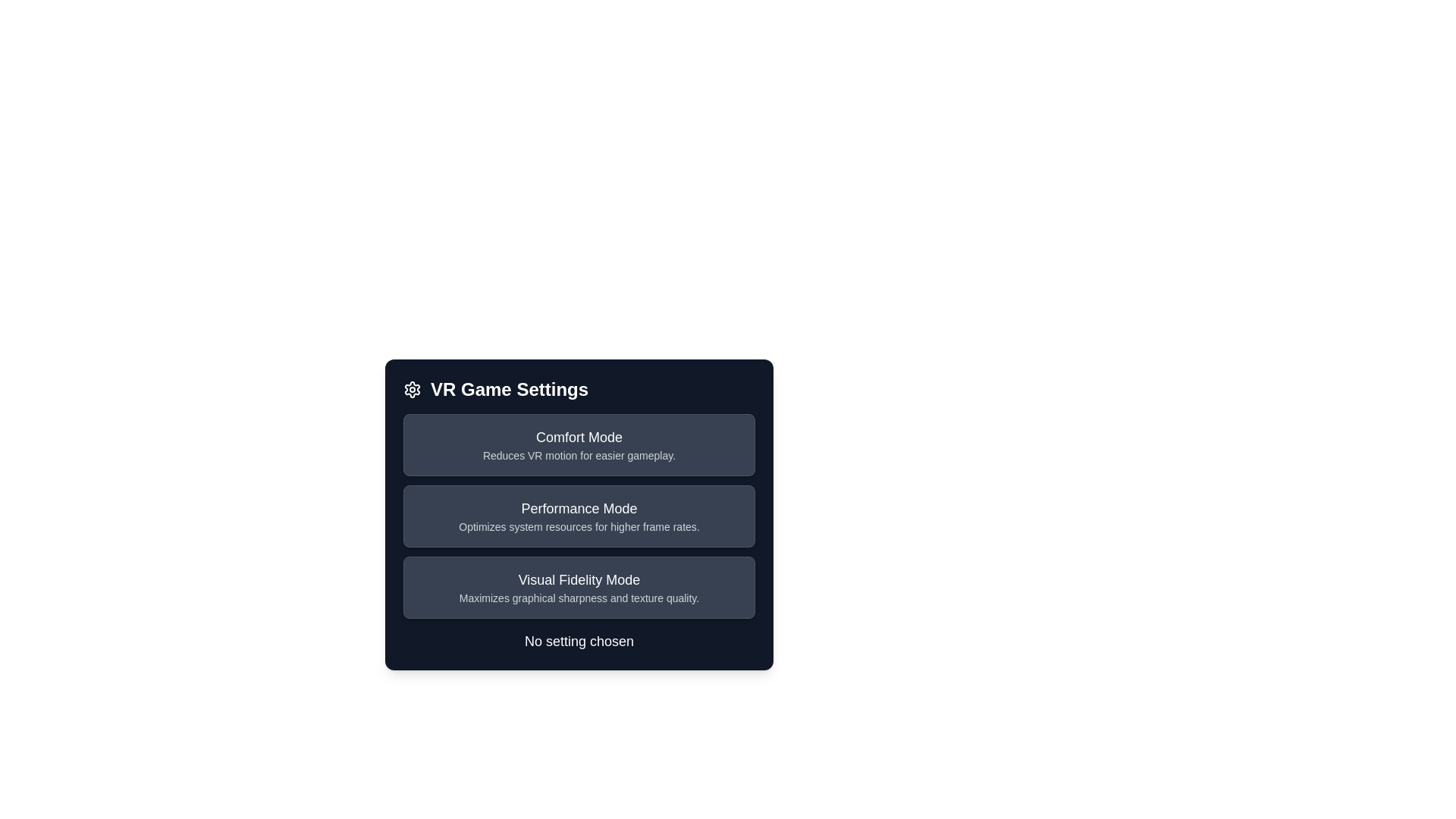 This screenshot has width=1456, height=819. Describe the element at coordinates (578, 587) in the screenshot. I see `the button for adjusting visual fidelity in the 'VR Game Settings' dialog box, located at the bottom of the options list` at that location.